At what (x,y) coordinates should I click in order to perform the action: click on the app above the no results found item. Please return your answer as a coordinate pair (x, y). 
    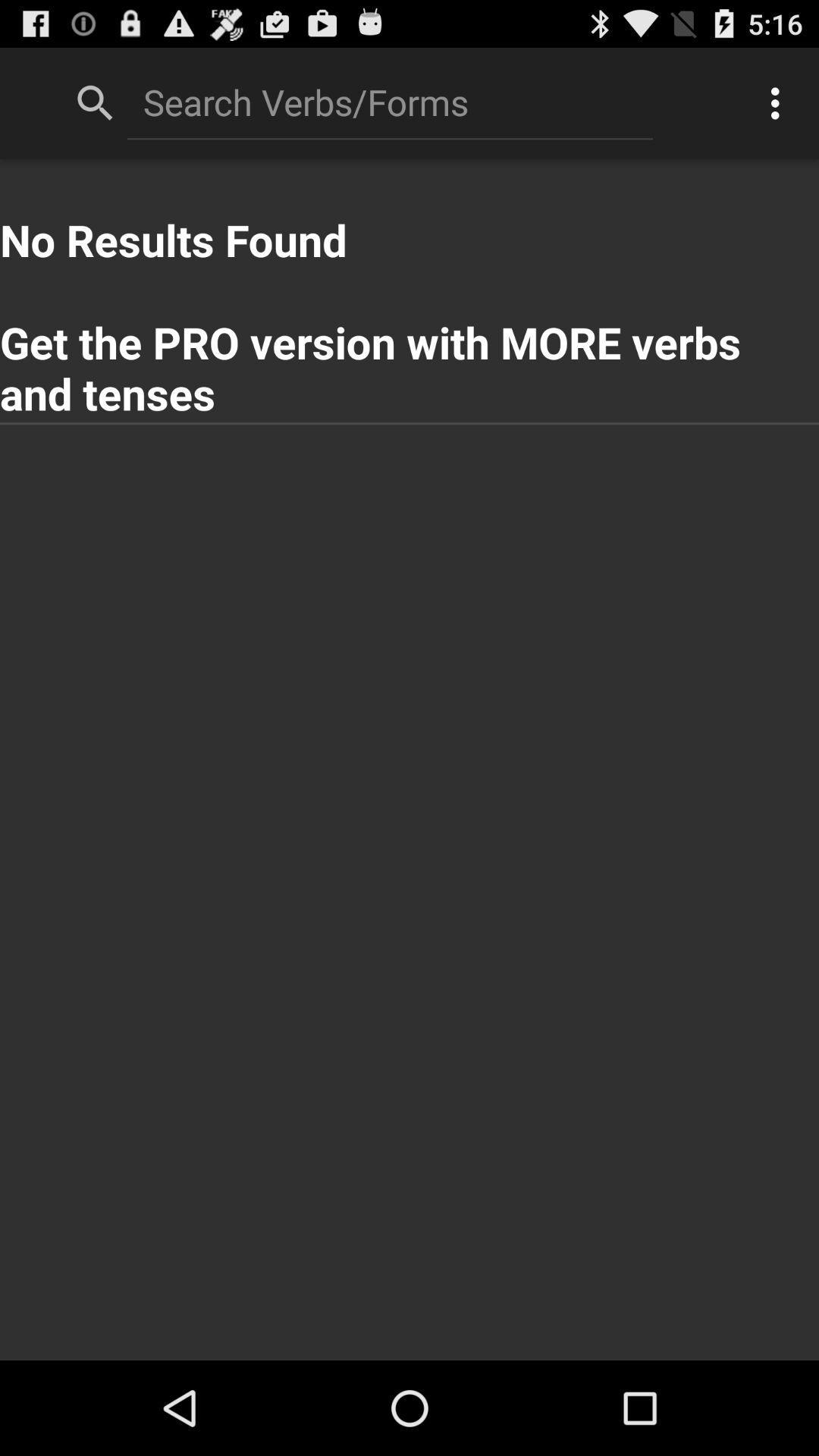
    Looking at the image, I should click on (389, 101).